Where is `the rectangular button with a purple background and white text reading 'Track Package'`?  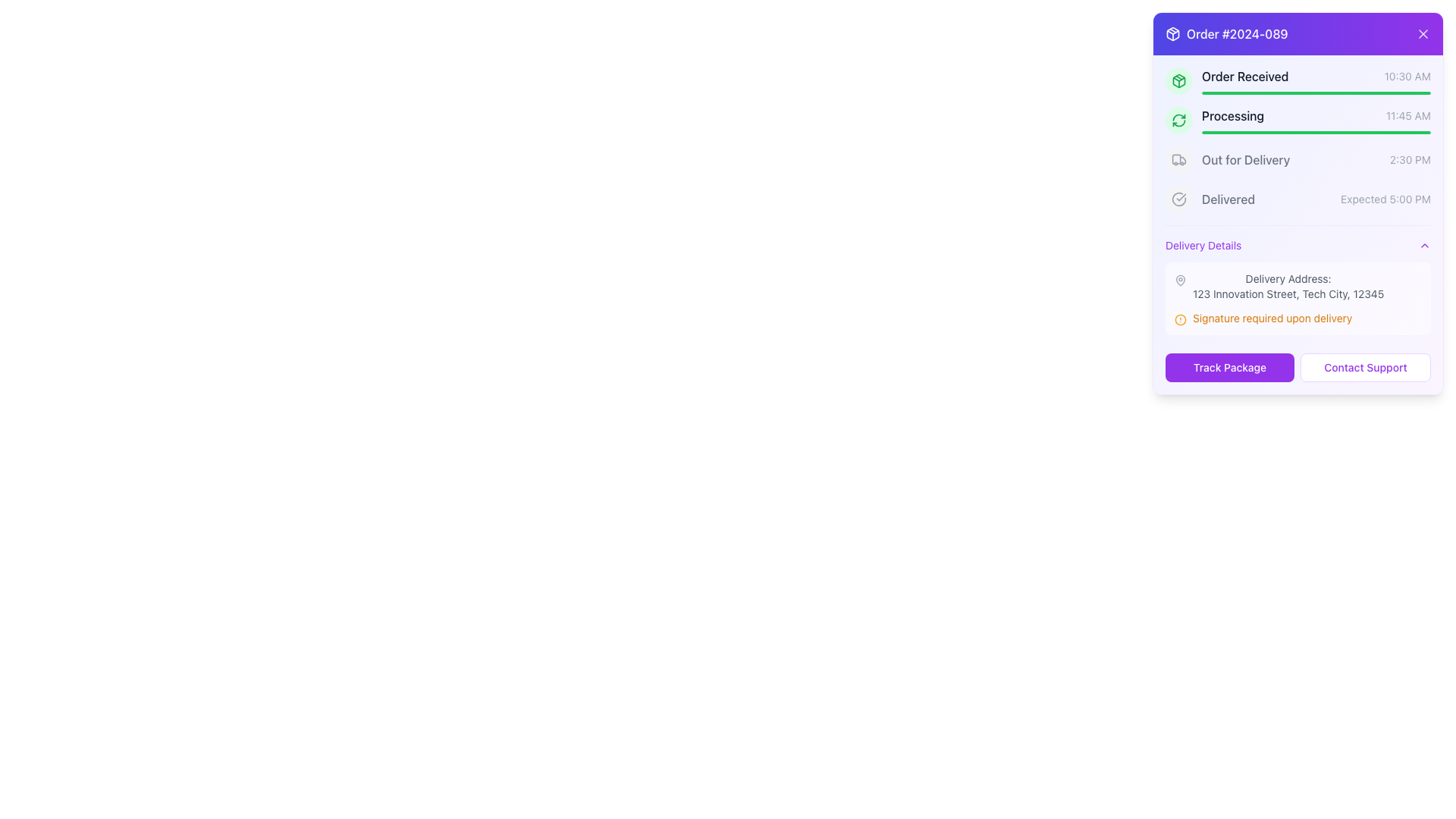
the rectangular button with a purple background and white text reading 'Track Package' is located at coordinates (1230, 368).